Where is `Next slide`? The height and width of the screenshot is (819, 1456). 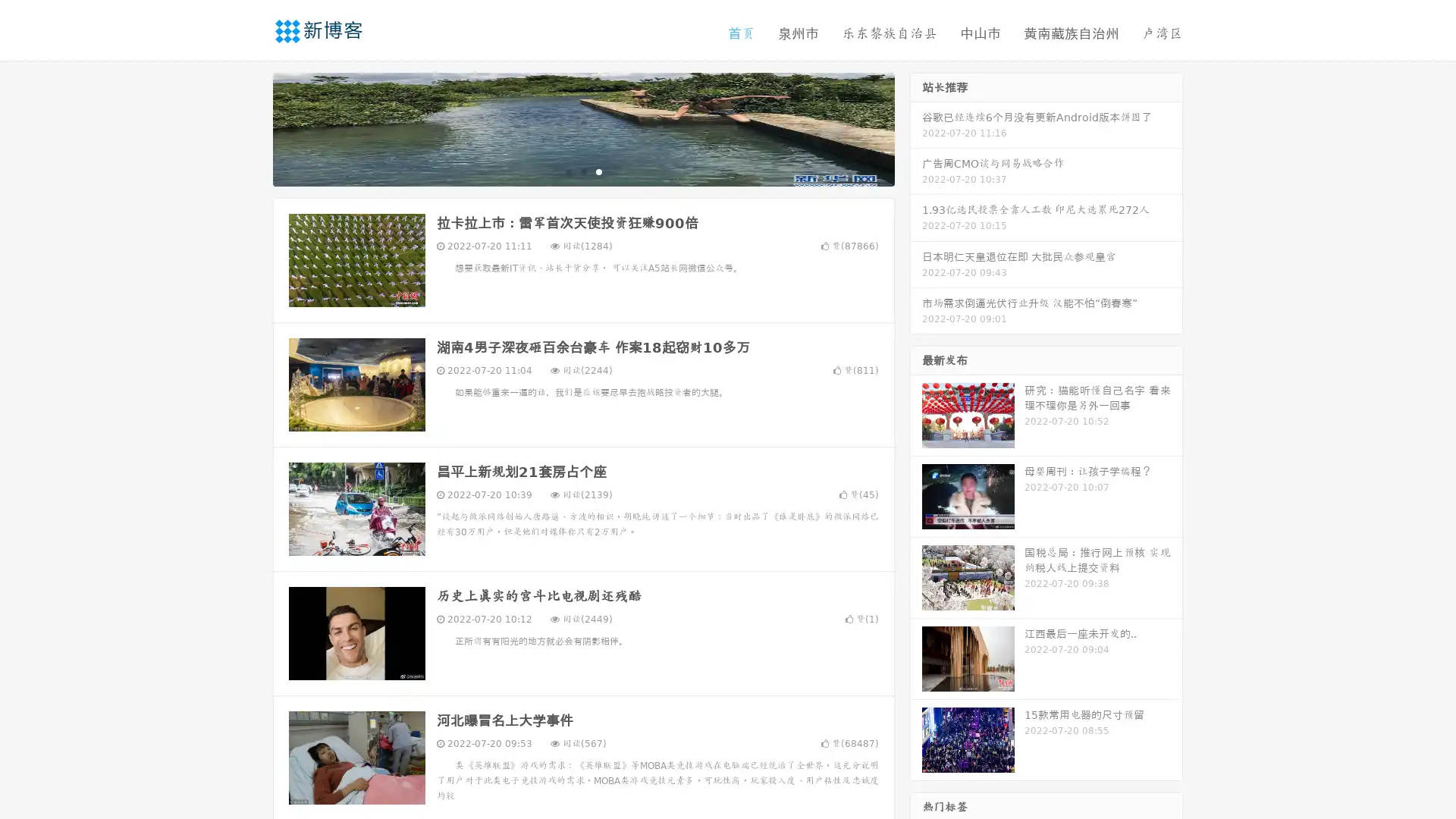 Next slide is located at coordinates (916, 127).